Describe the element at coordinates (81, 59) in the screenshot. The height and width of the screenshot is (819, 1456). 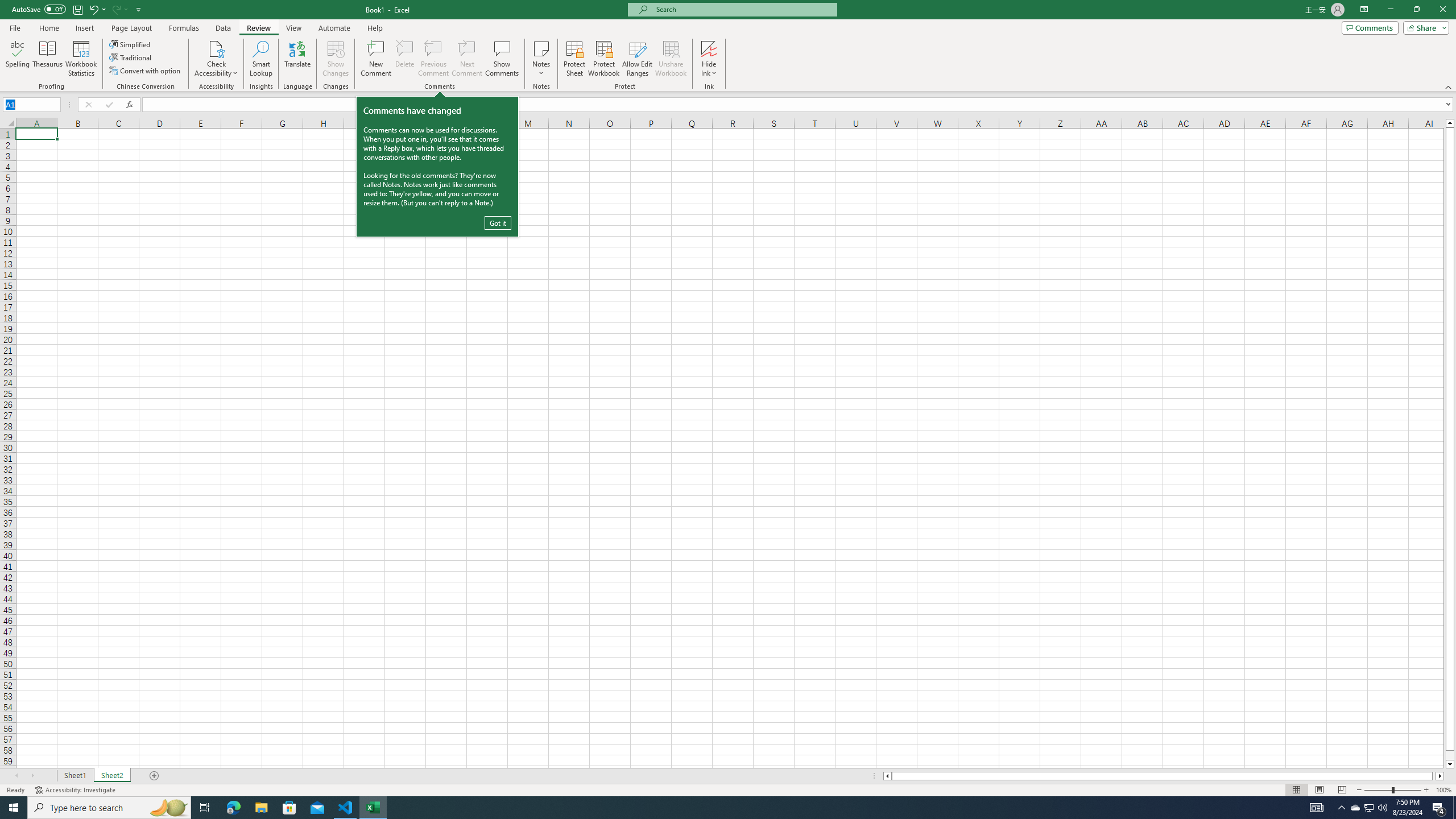
I see `'Workbook Statistics'` at that location.